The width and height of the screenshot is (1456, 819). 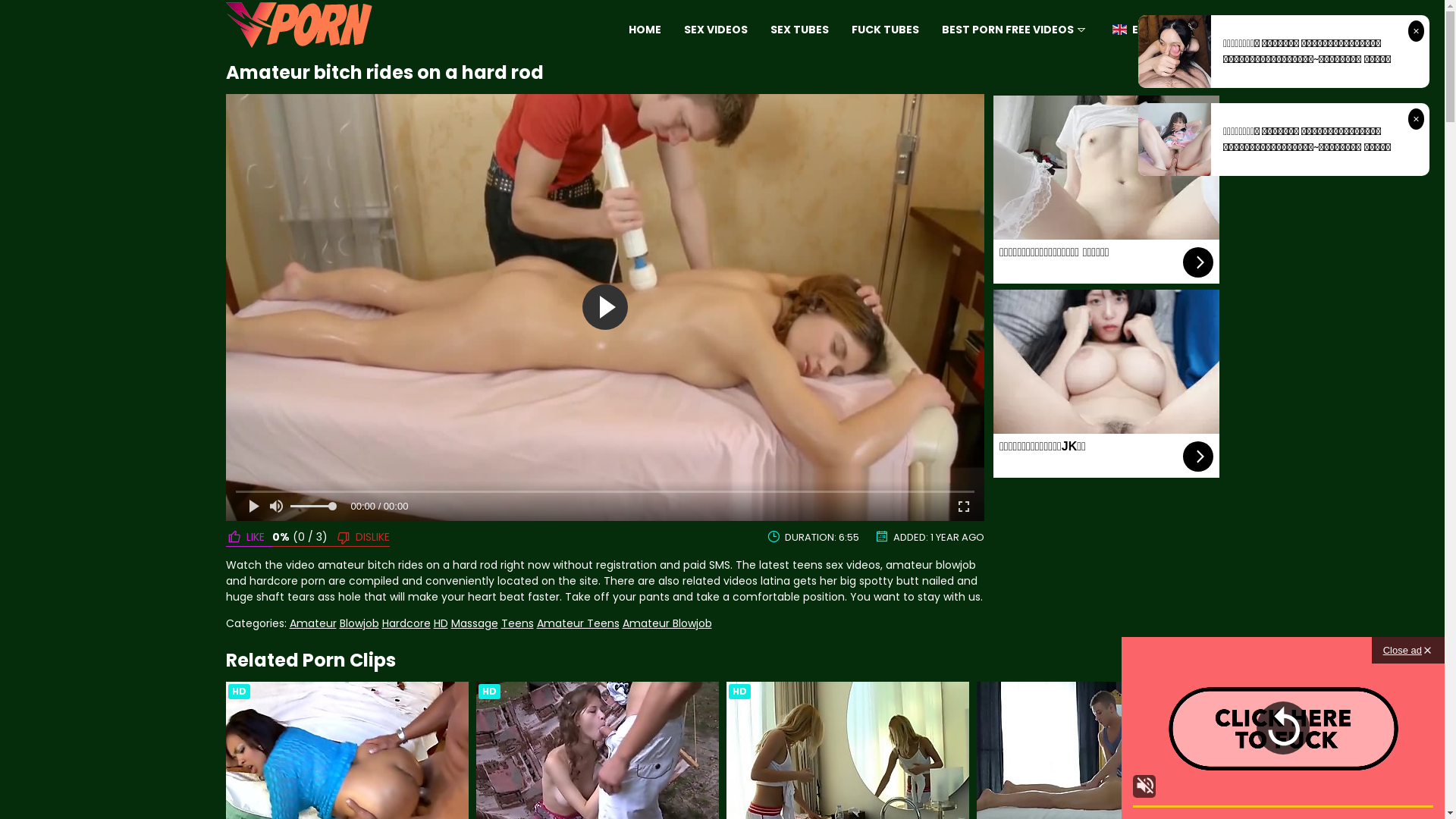 I want to click on 'FUCK TUBES', so click(x=885, y=29).